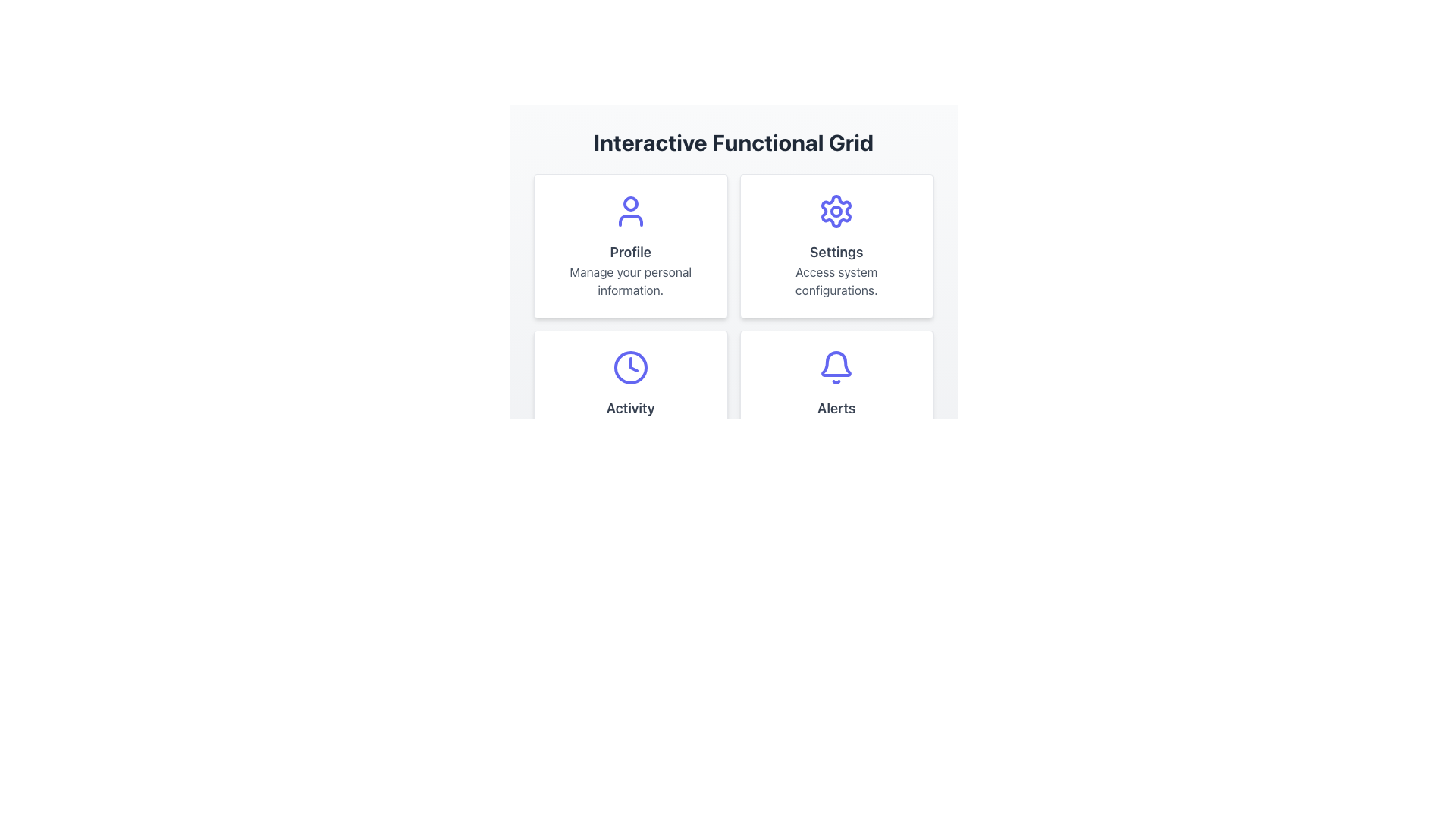  What do you see at coordinates (836, 211) in the screenshot?
I see `the small SVG circle element that is located at the center of the 'Settings' icon within the gear design, positioned in the top-right section of the interaction grid` at bounding box center [836, 211].